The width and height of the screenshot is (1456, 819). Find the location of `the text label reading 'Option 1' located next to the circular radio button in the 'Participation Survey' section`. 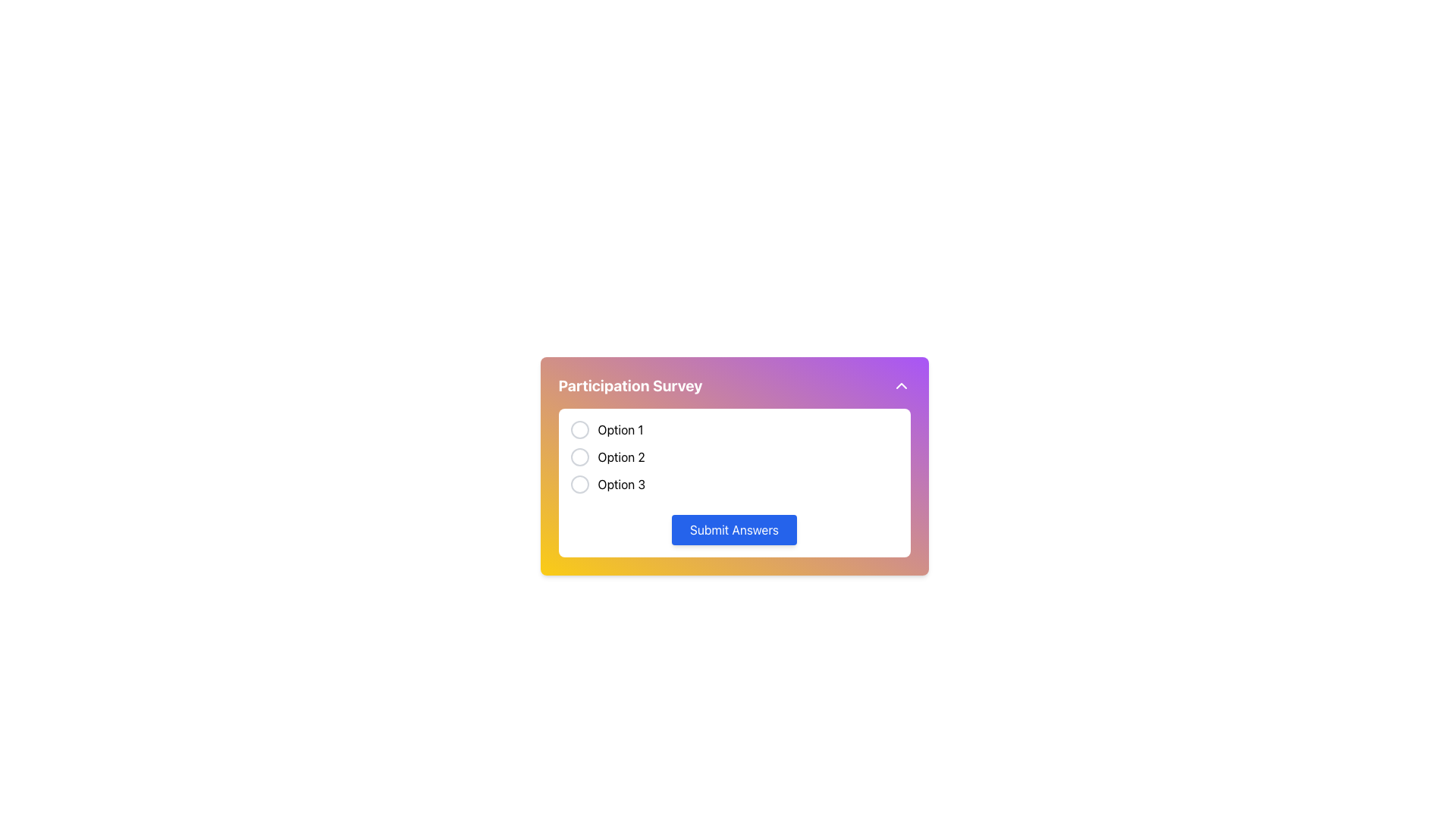

the text label reading 'Option 1' located next to the circular radio button in the 'Participation Survey' section is located at coordinates (620, 430).